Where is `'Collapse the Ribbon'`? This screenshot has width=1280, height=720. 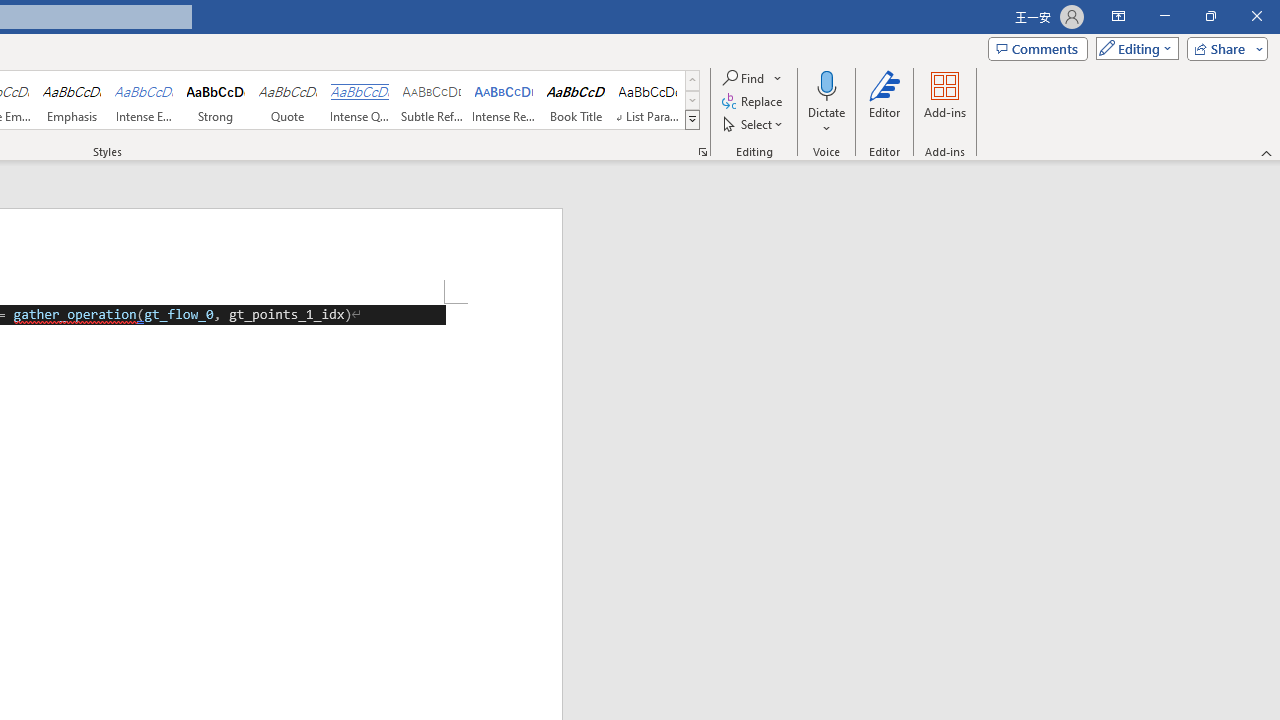 'Collapse the Ribbon' is located at coordinates (1266, 152).